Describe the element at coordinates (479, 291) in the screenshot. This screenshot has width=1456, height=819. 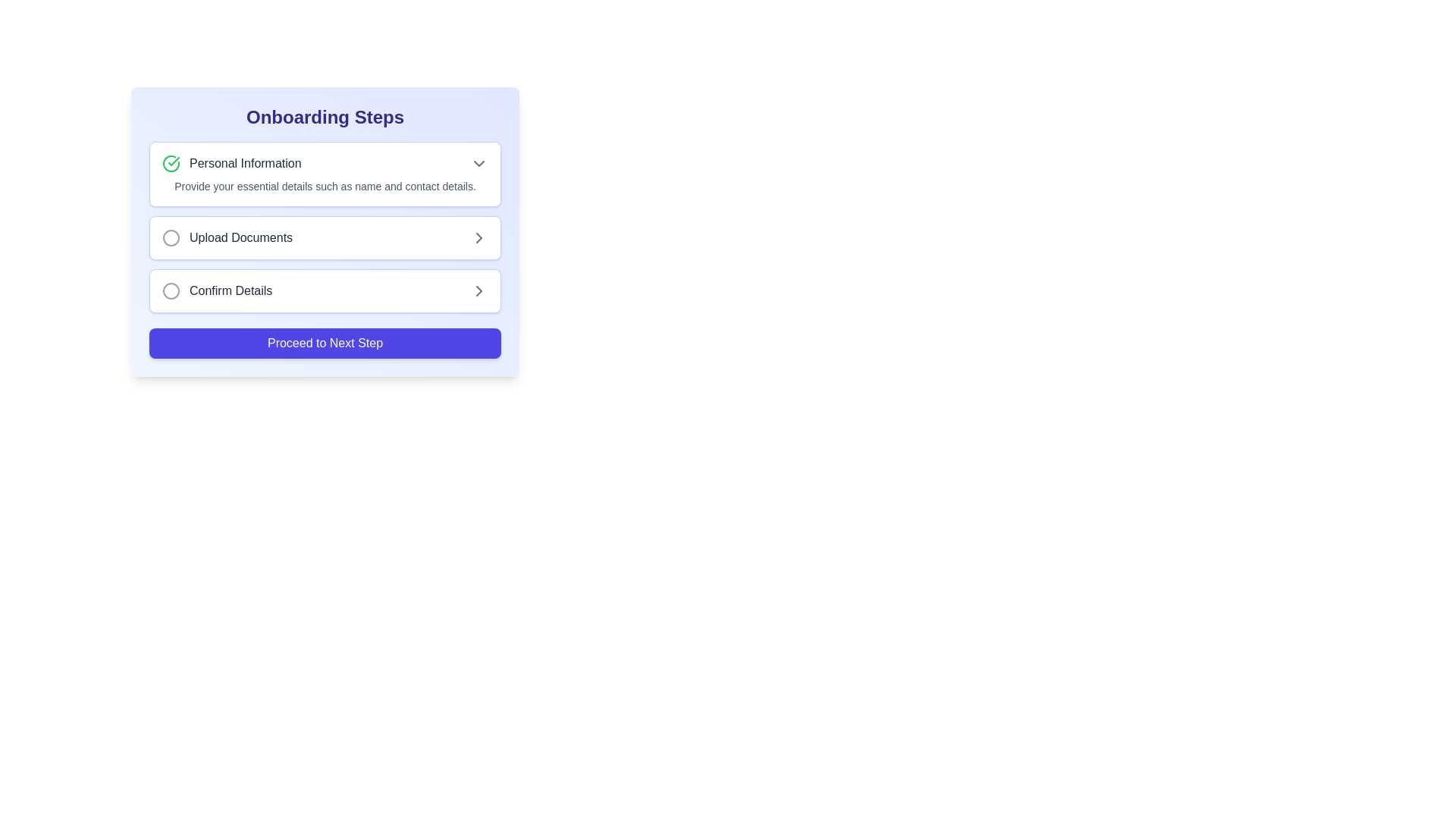
I see `the rightward chevron icon in the 'Confirm Details' list item` at that location.